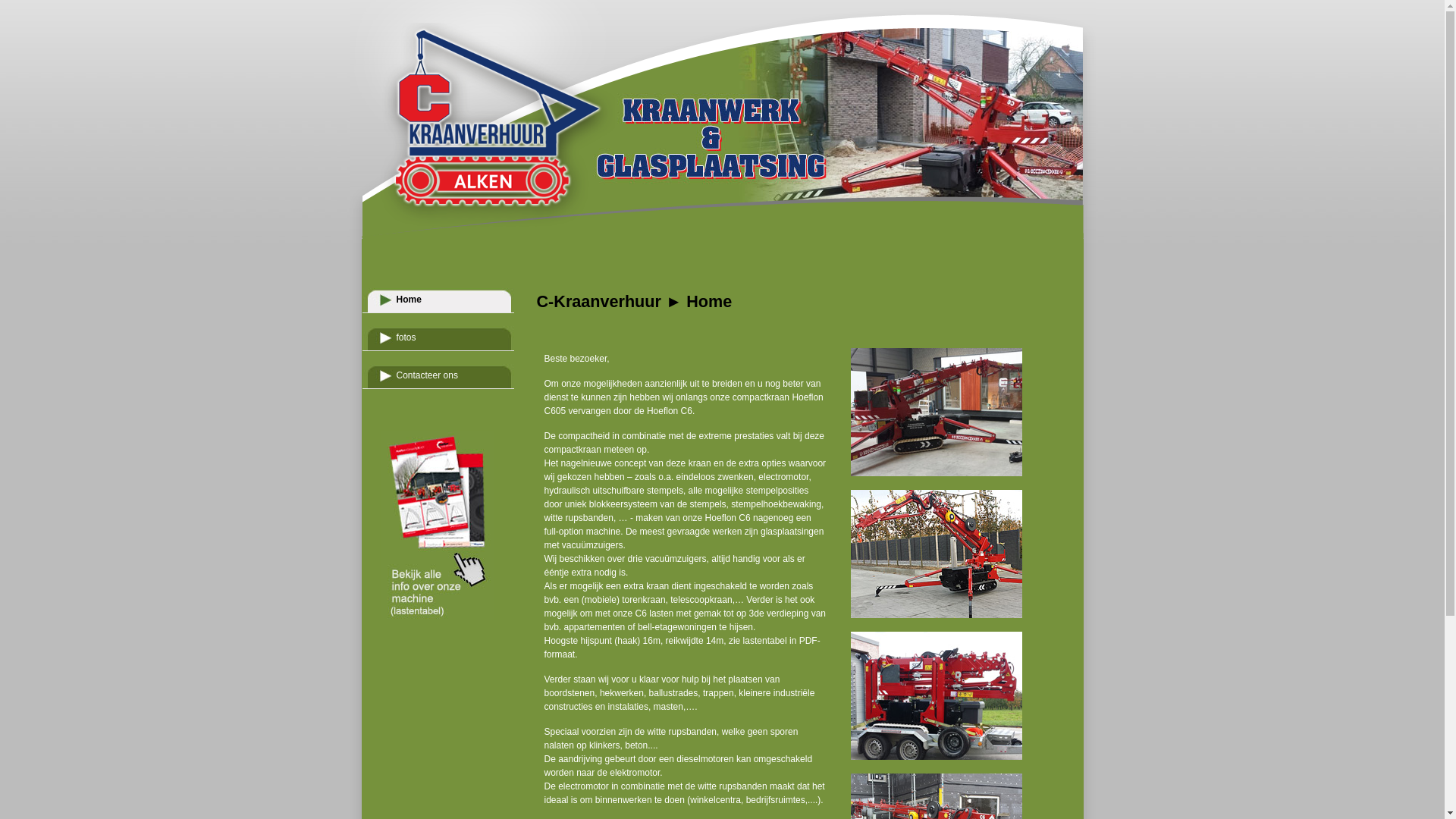 Image resolution: width=1456 pixels, height=819 pixels. Describe the element at coordinates (480, 284) in the screenshot. I see `'home'` at that location.